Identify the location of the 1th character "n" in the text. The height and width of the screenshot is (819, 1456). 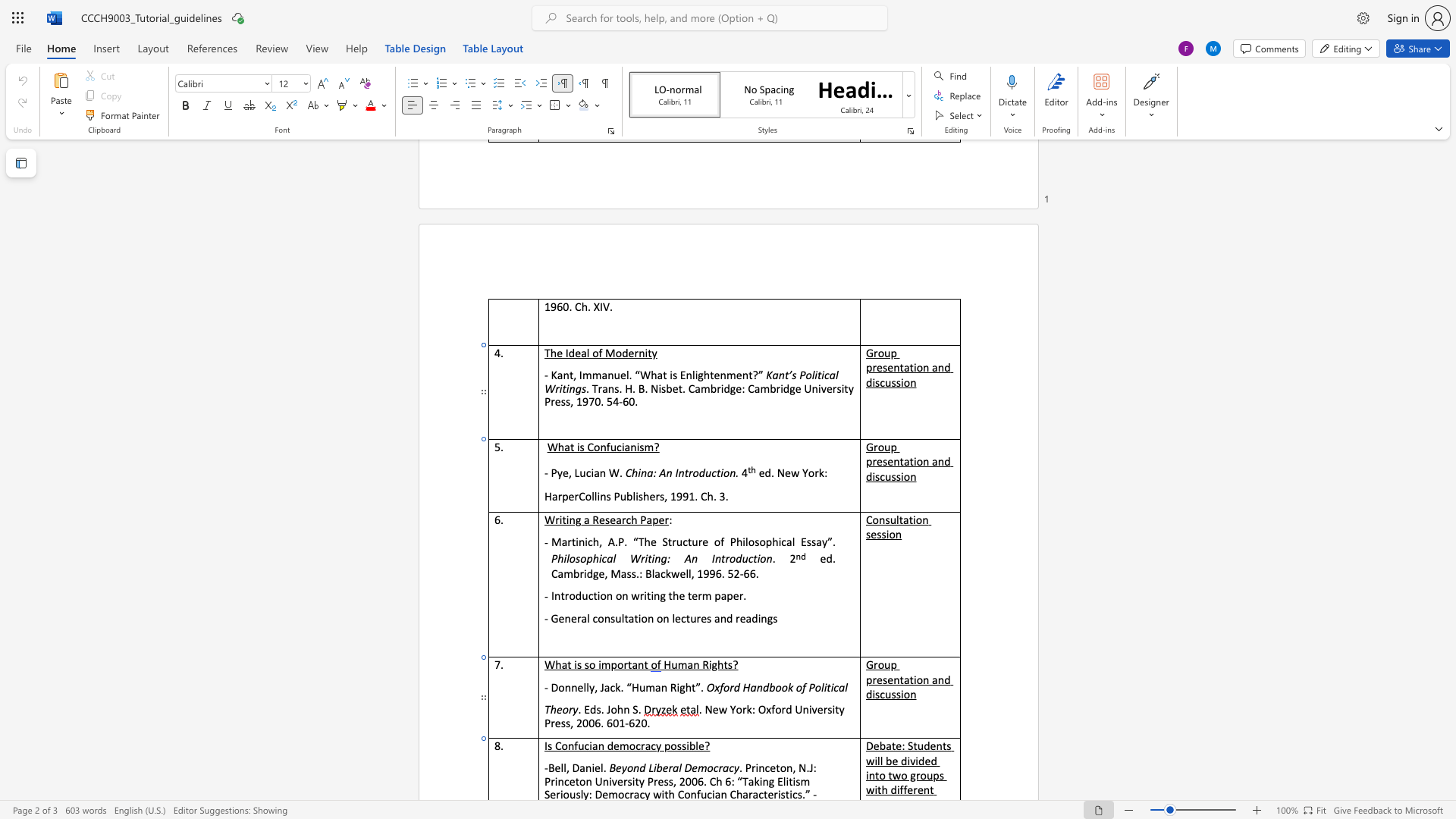
(602, 472).